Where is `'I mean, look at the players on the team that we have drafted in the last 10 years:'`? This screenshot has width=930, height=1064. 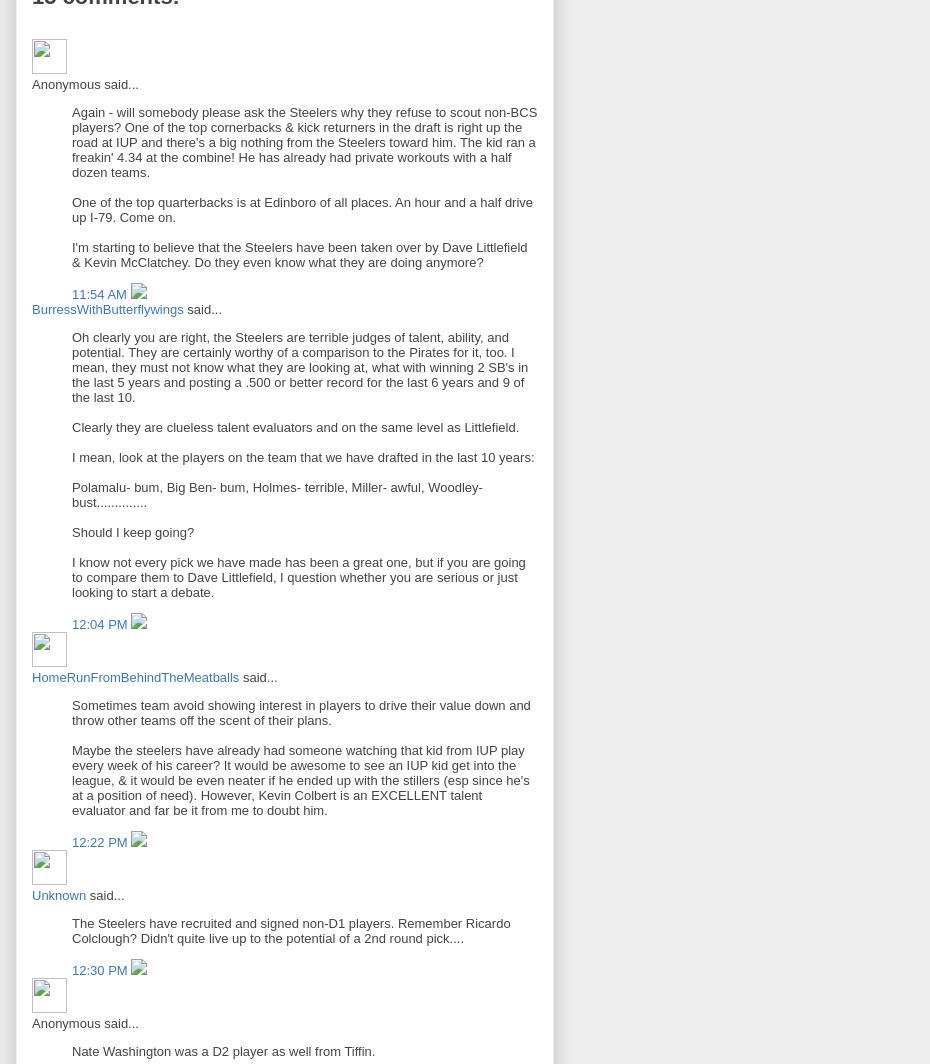 'I mean, look at the players on the team that we have drafted in the last 10 years:' is located at coordinates (302, 457).